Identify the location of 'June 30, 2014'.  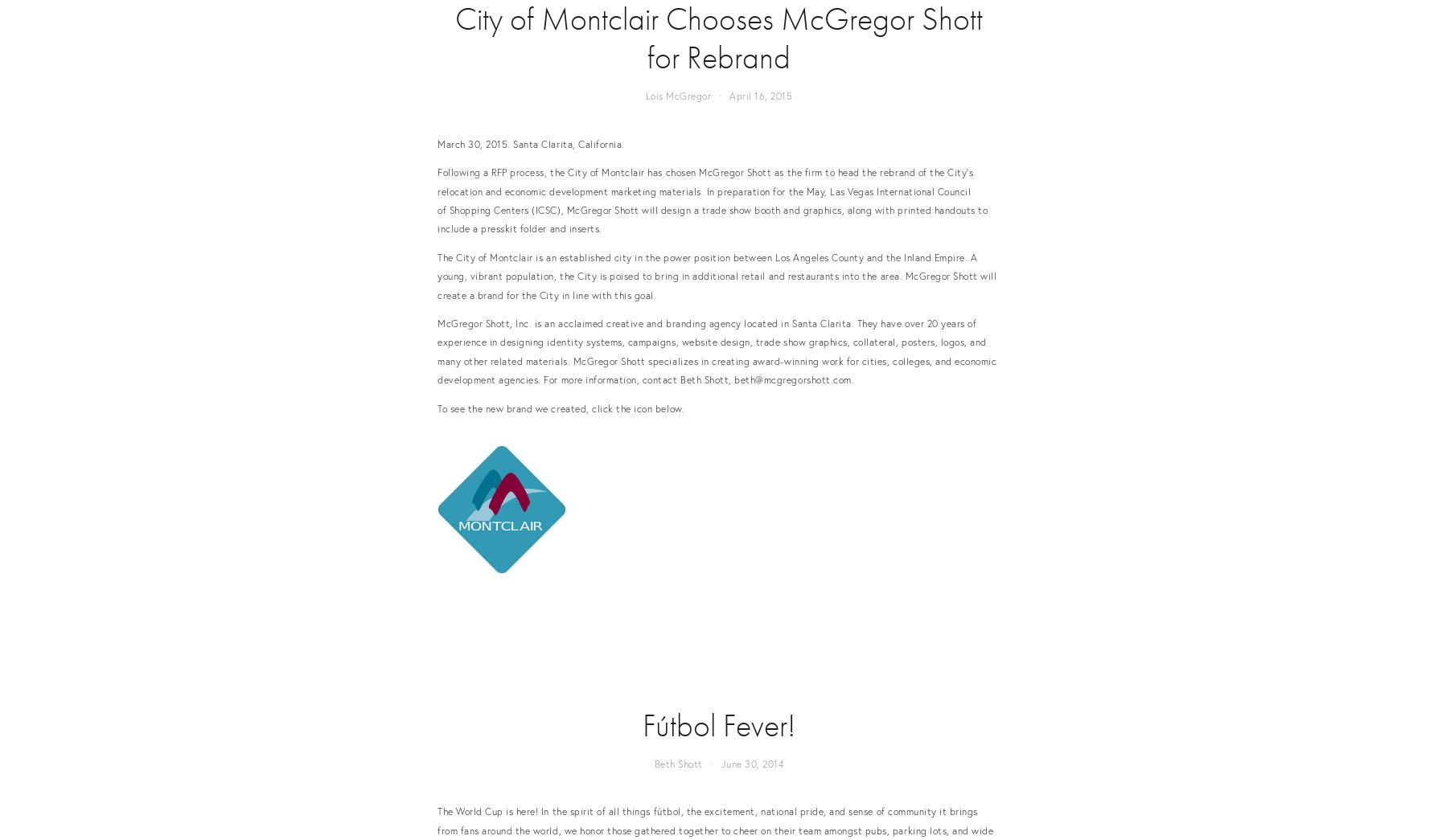
(751, 762).